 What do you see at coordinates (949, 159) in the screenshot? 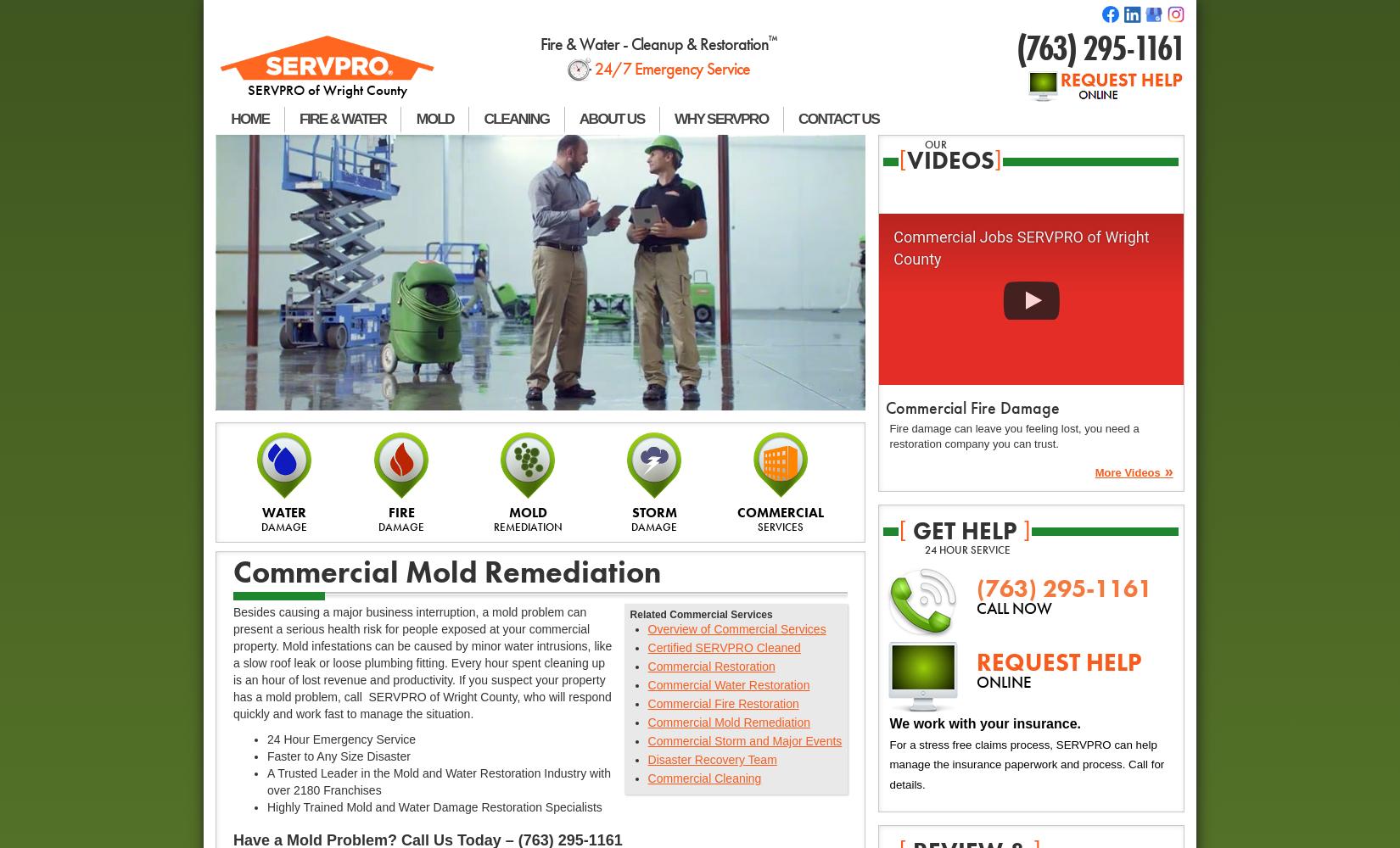
I see `'videos'` at bounding box center [949, 159].